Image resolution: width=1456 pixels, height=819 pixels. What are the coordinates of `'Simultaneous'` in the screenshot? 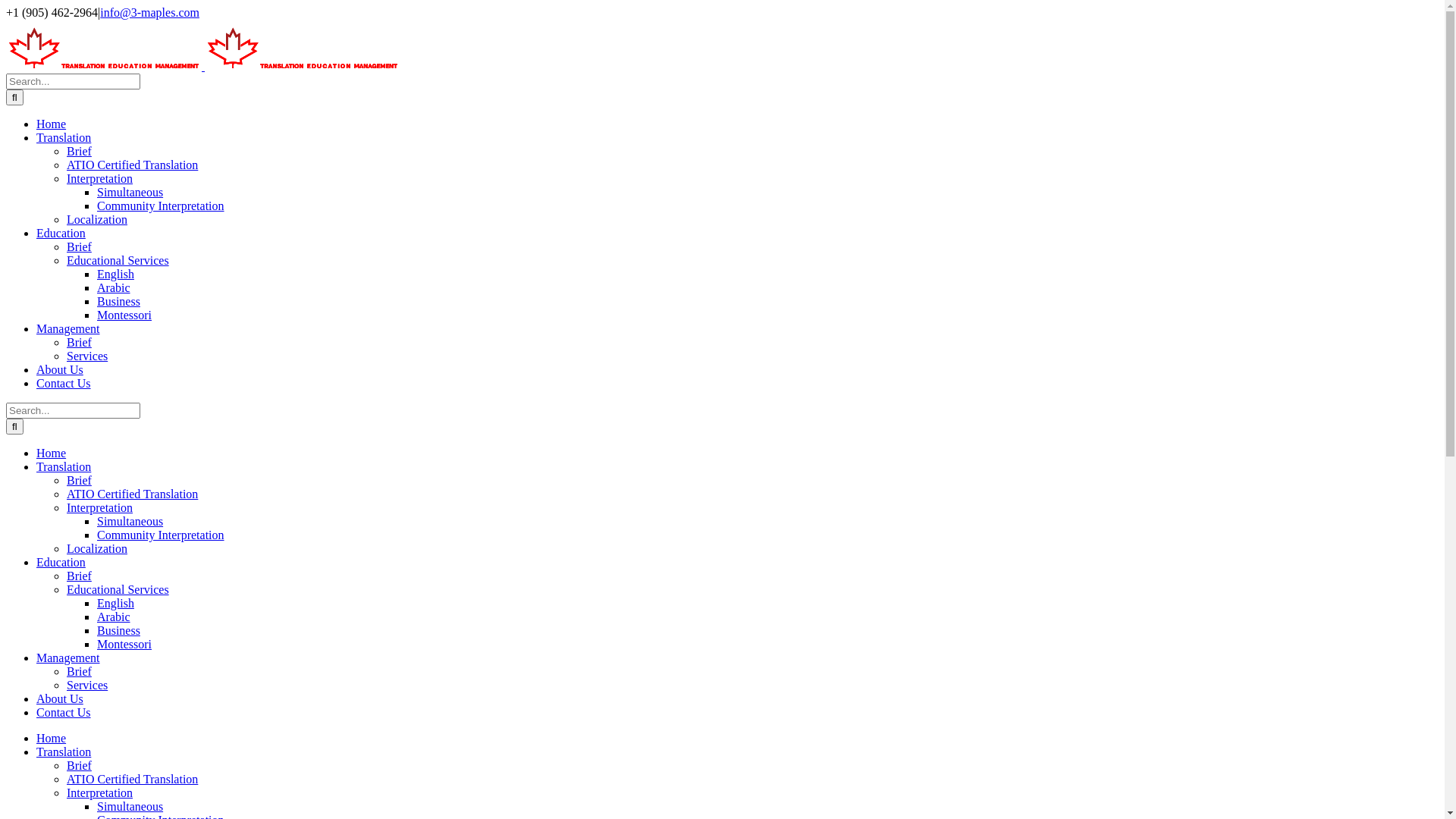 It's located at (130, 191).